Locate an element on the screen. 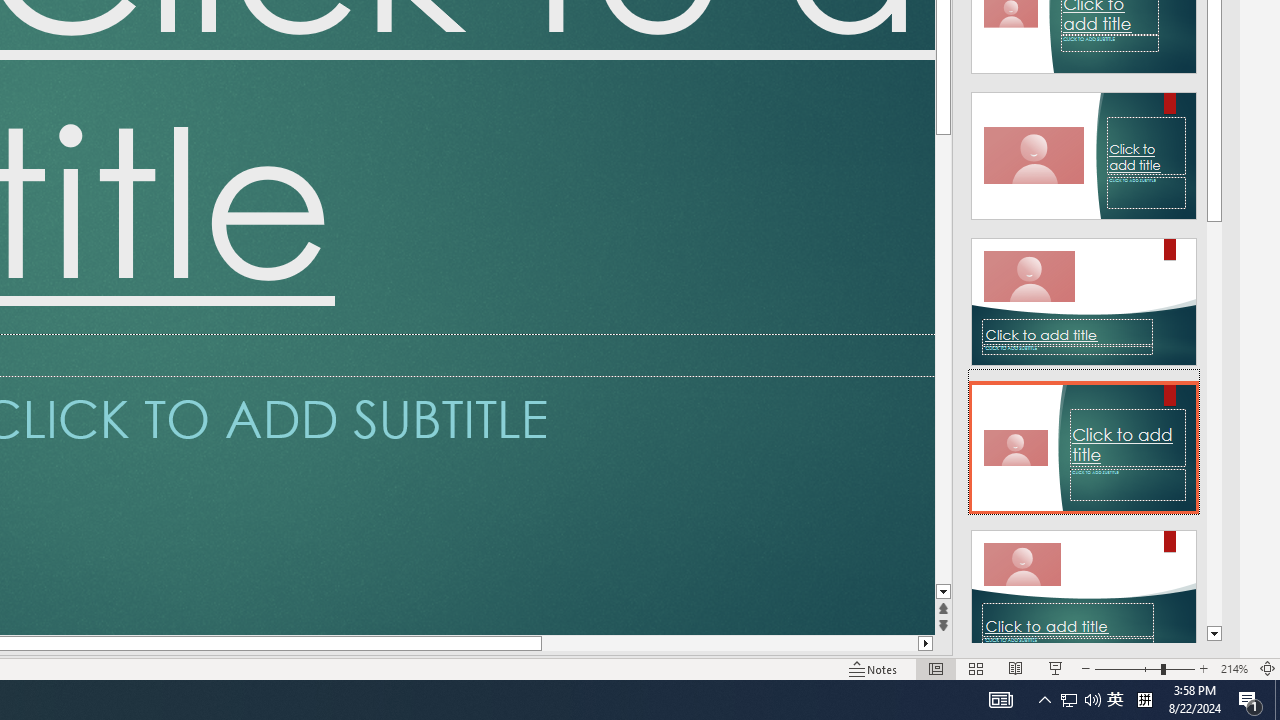 This screenshot has height=720, width=1280. 'Zoom 214%' is located at coordinates (1233, 669).